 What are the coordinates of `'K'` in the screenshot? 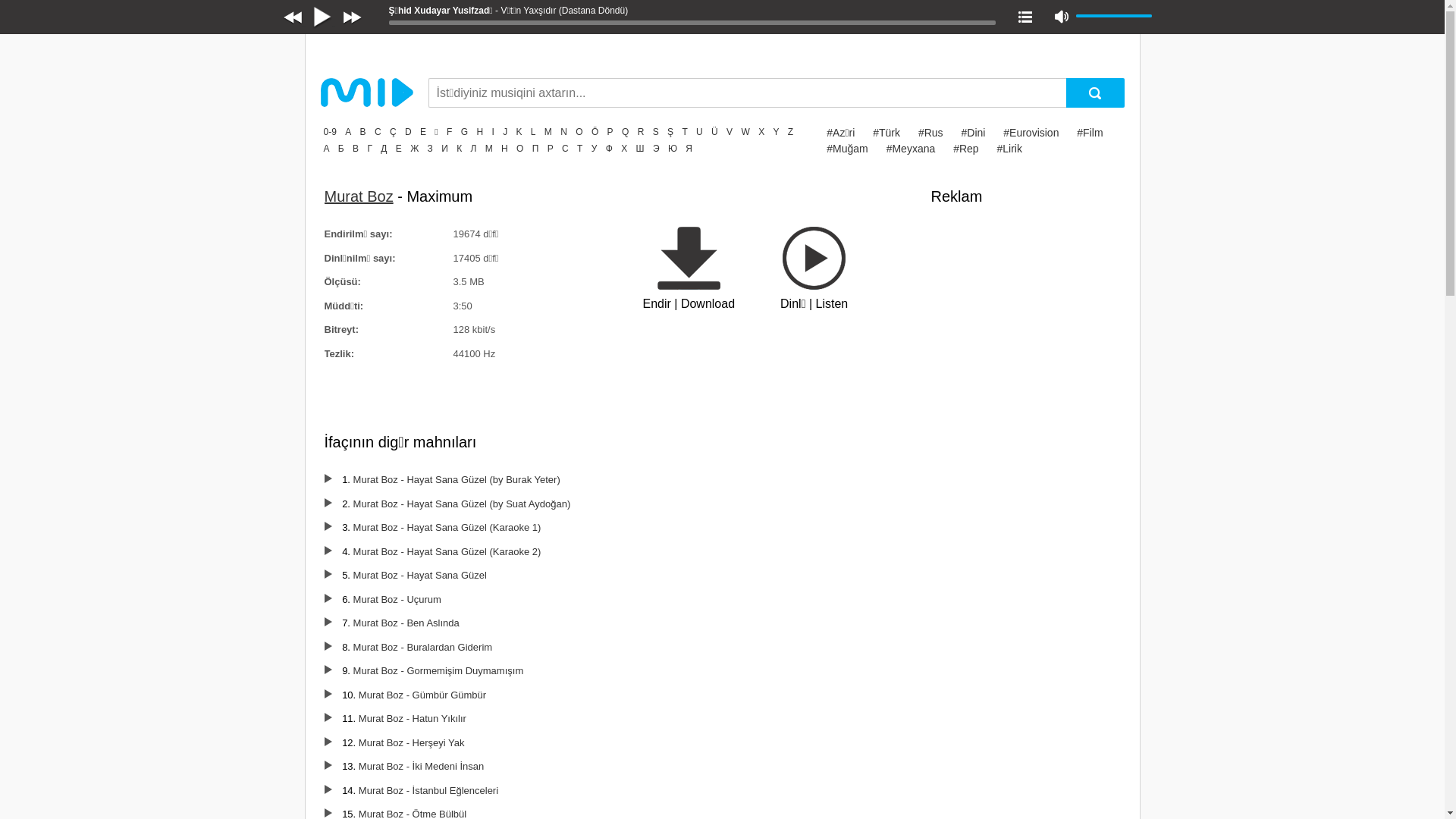 It's located at (519, 130).